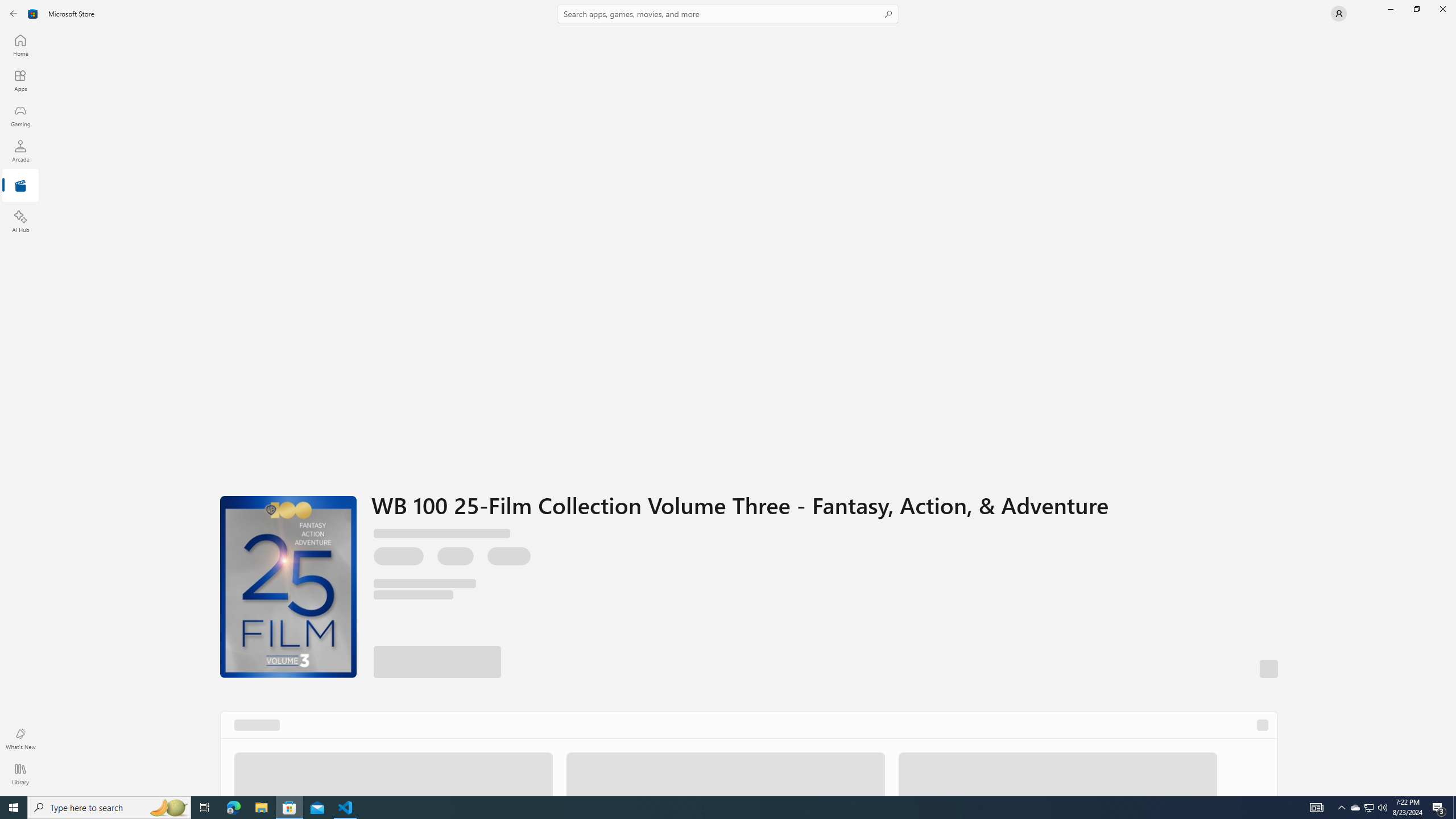 The width and height of the screenshot is (1456, 819). What do you see at coordinates (19, 44) in the screenshot?
I see `'Home'` at bounding box center [19, 44].